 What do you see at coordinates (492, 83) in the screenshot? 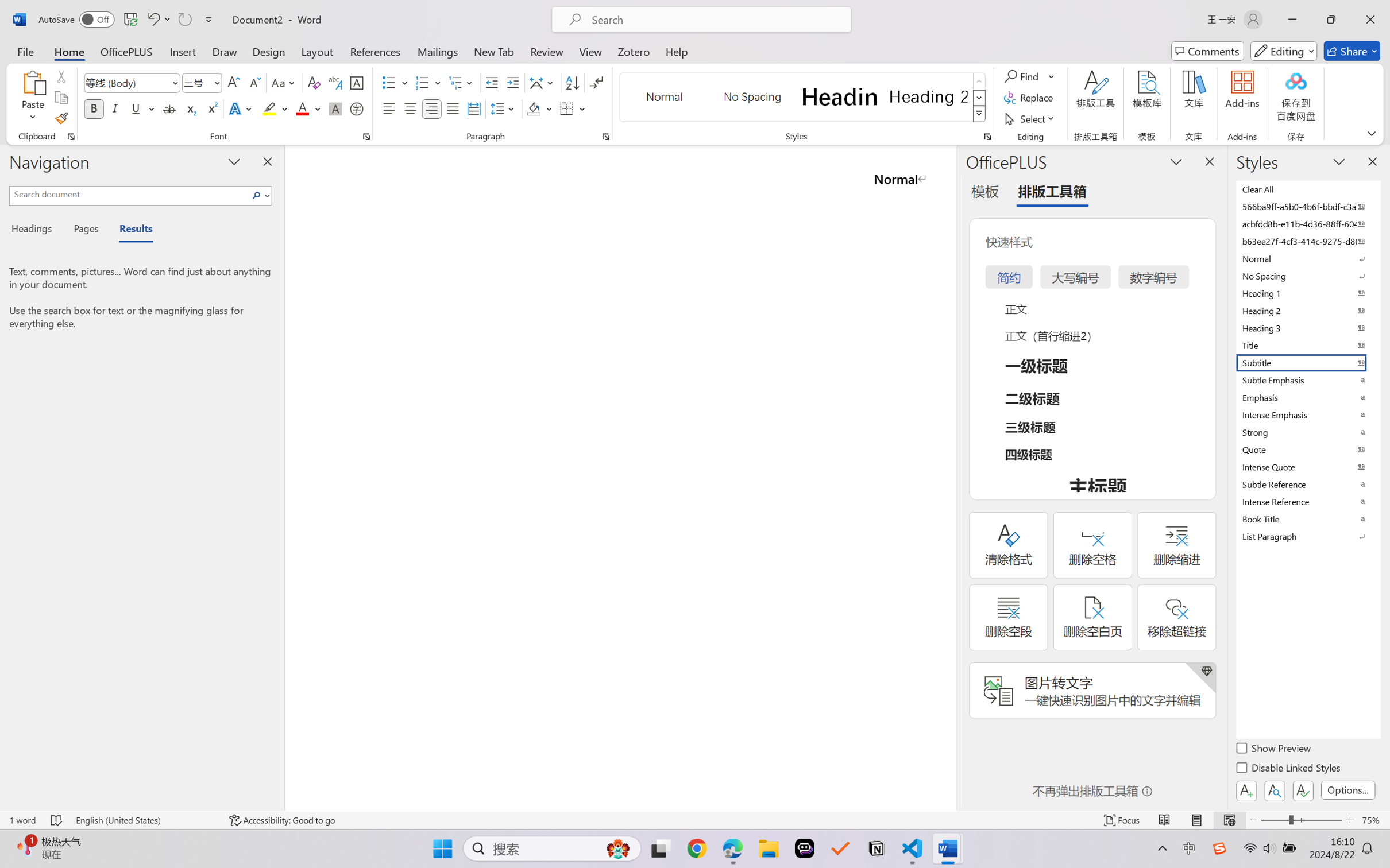
I see `'Decrease Indent'` at bounding box center [492, 83].